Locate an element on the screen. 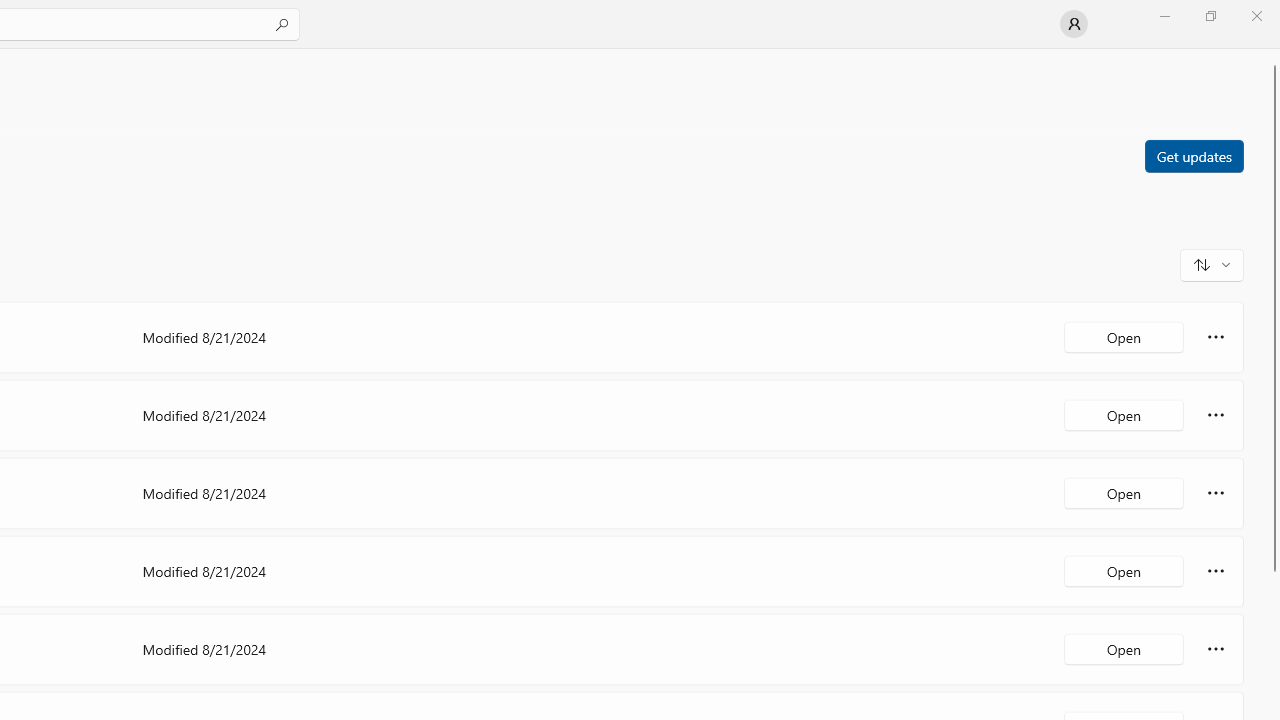 This screenshot has width=1280, height=720. 'Get updates' is located at coordinates (1193, 154).